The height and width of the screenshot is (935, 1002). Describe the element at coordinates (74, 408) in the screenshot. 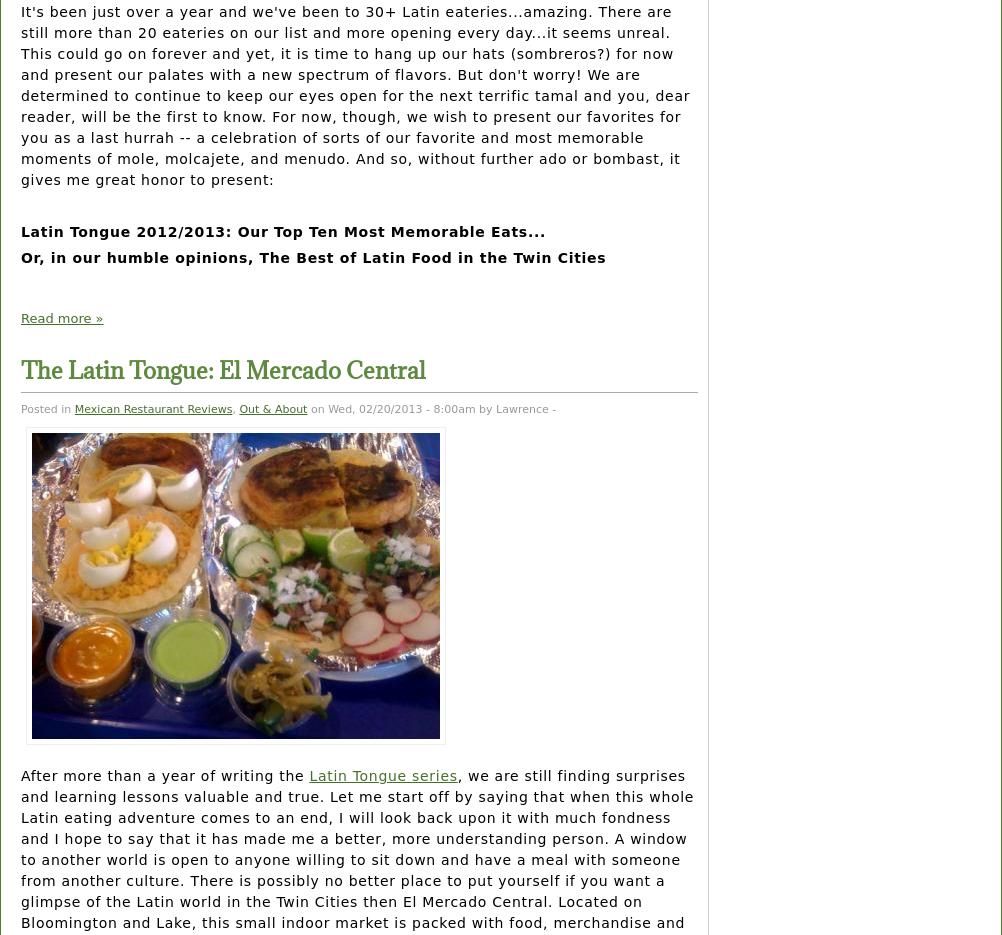

I see `'Mexican Restaurant Reviews'` at that location.